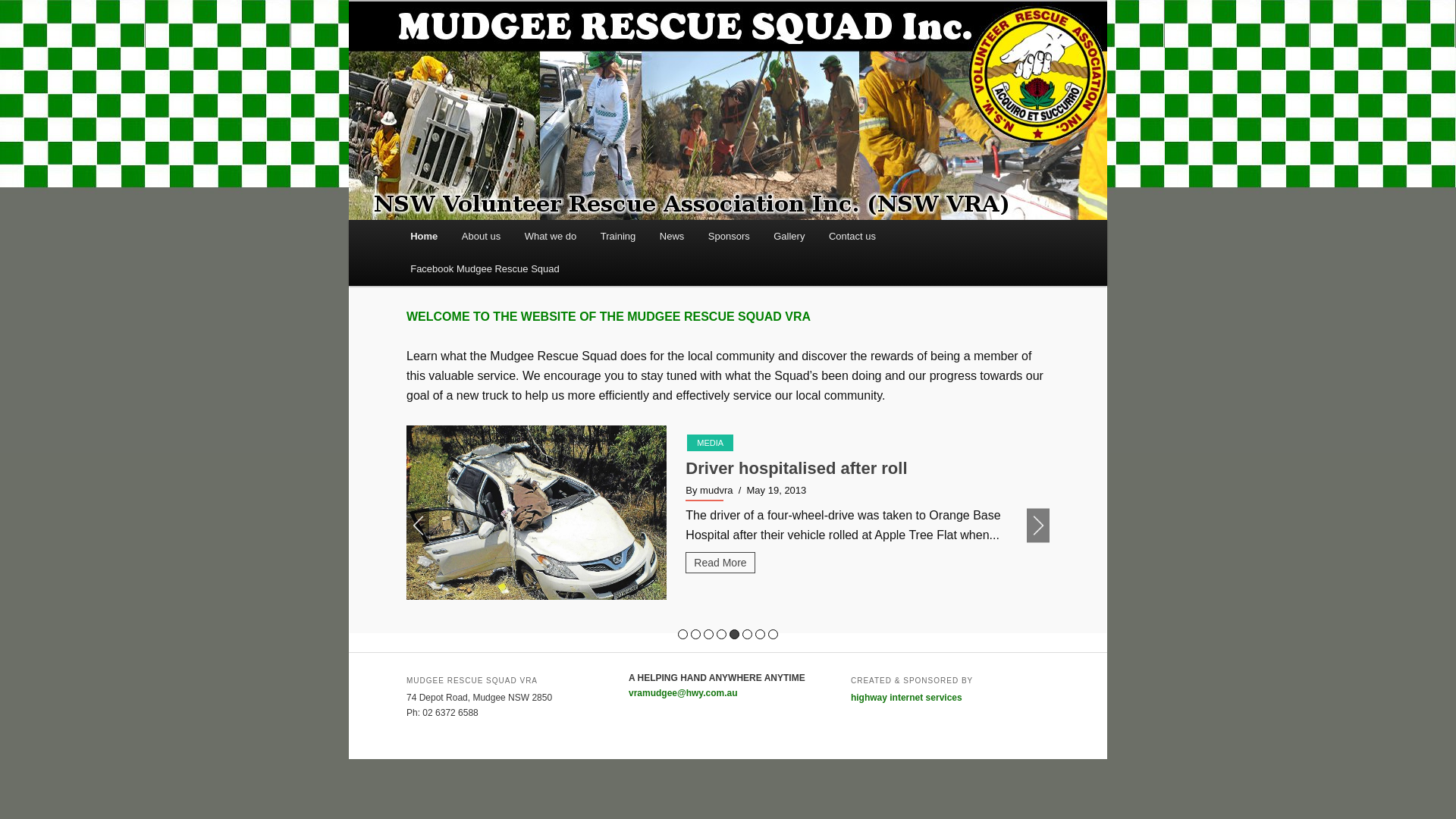  Describe the element at coordinates (1037, 525) in the screenshot. I see `'Next'` at that location.